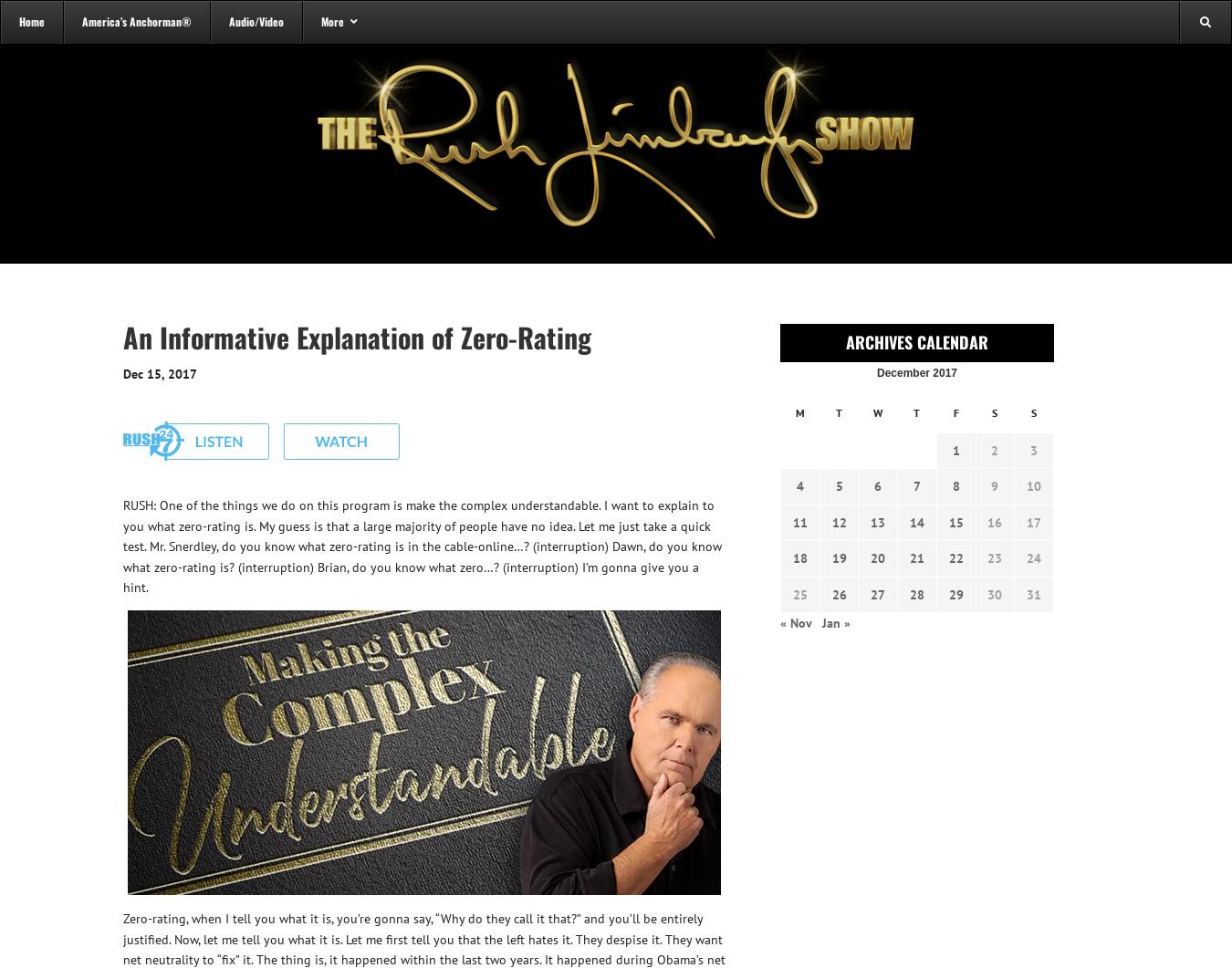 This screenshot has width=1232, height=968. Describe the element at coordinates (1033, 520) in the screenshot. I see `'17'` at that location.